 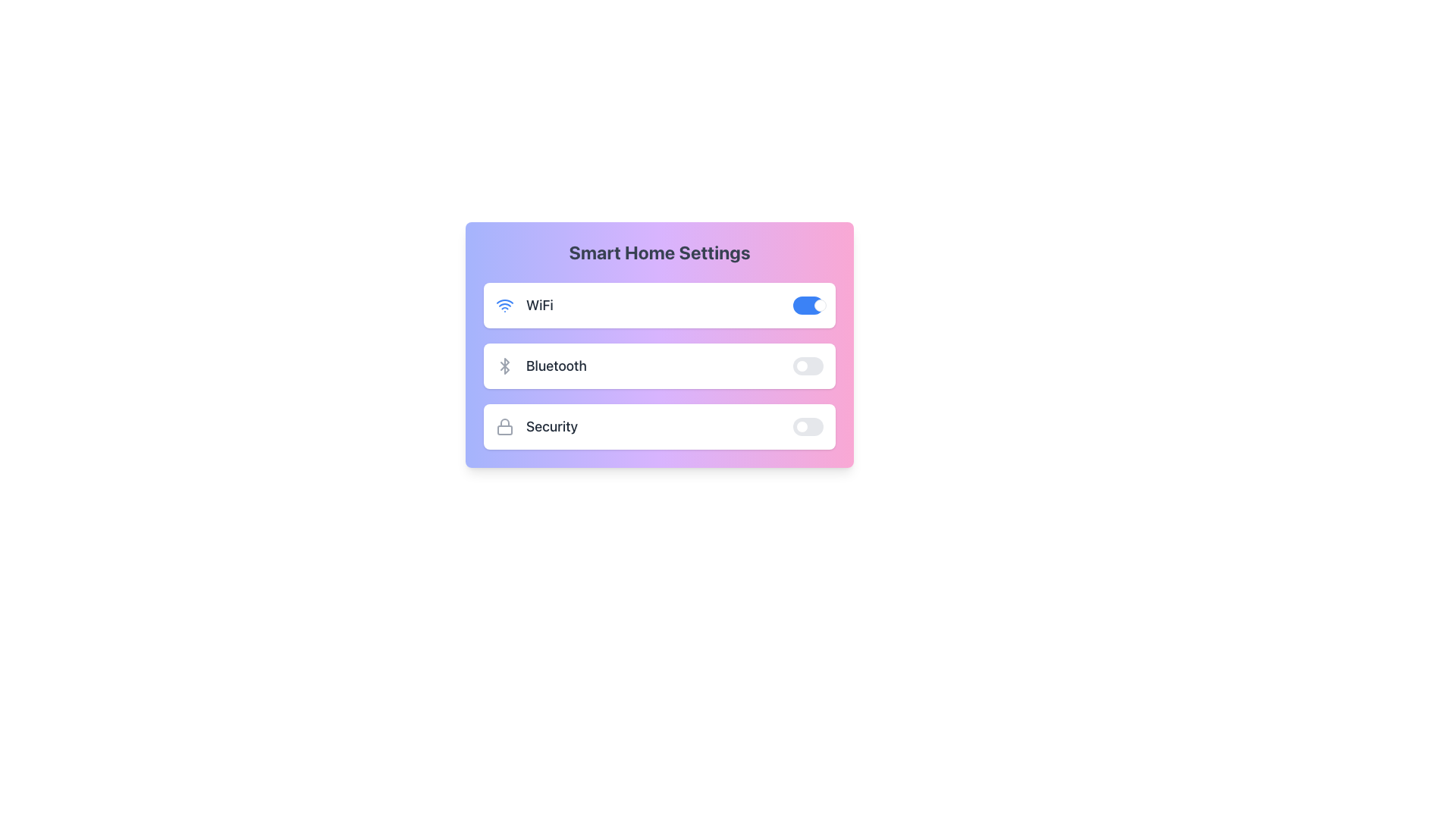 What do you see at coordinates (524, 305) in the screenshot?
I see `the Label with Icon indicating the WiFi settings option, which provides visual feedback for the toggle switch to the right` at bounding box center [524, 305].